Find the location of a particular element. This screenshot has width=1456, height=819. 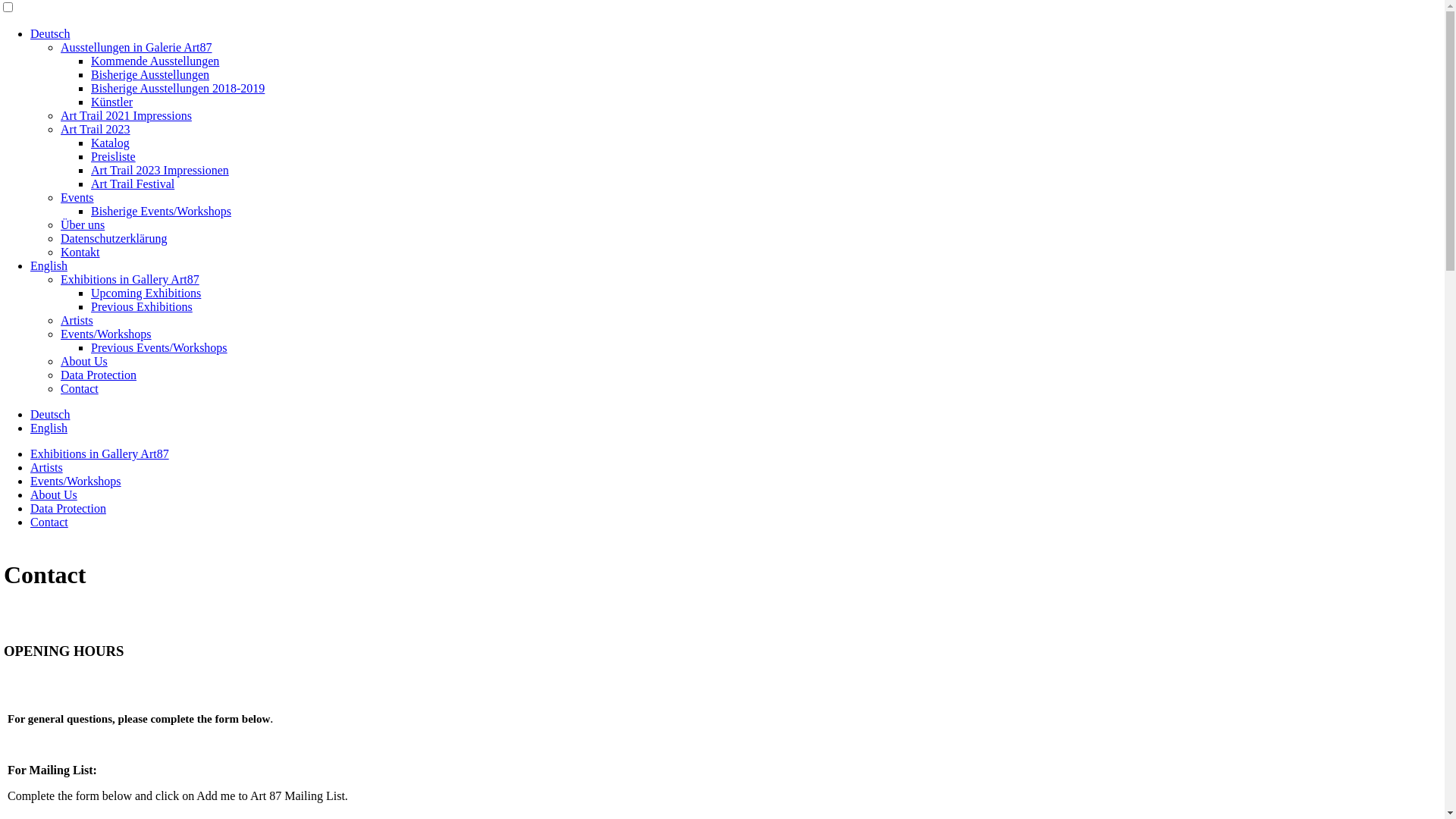

'Previous Exhibitions' is located at coordinates (90, 306).